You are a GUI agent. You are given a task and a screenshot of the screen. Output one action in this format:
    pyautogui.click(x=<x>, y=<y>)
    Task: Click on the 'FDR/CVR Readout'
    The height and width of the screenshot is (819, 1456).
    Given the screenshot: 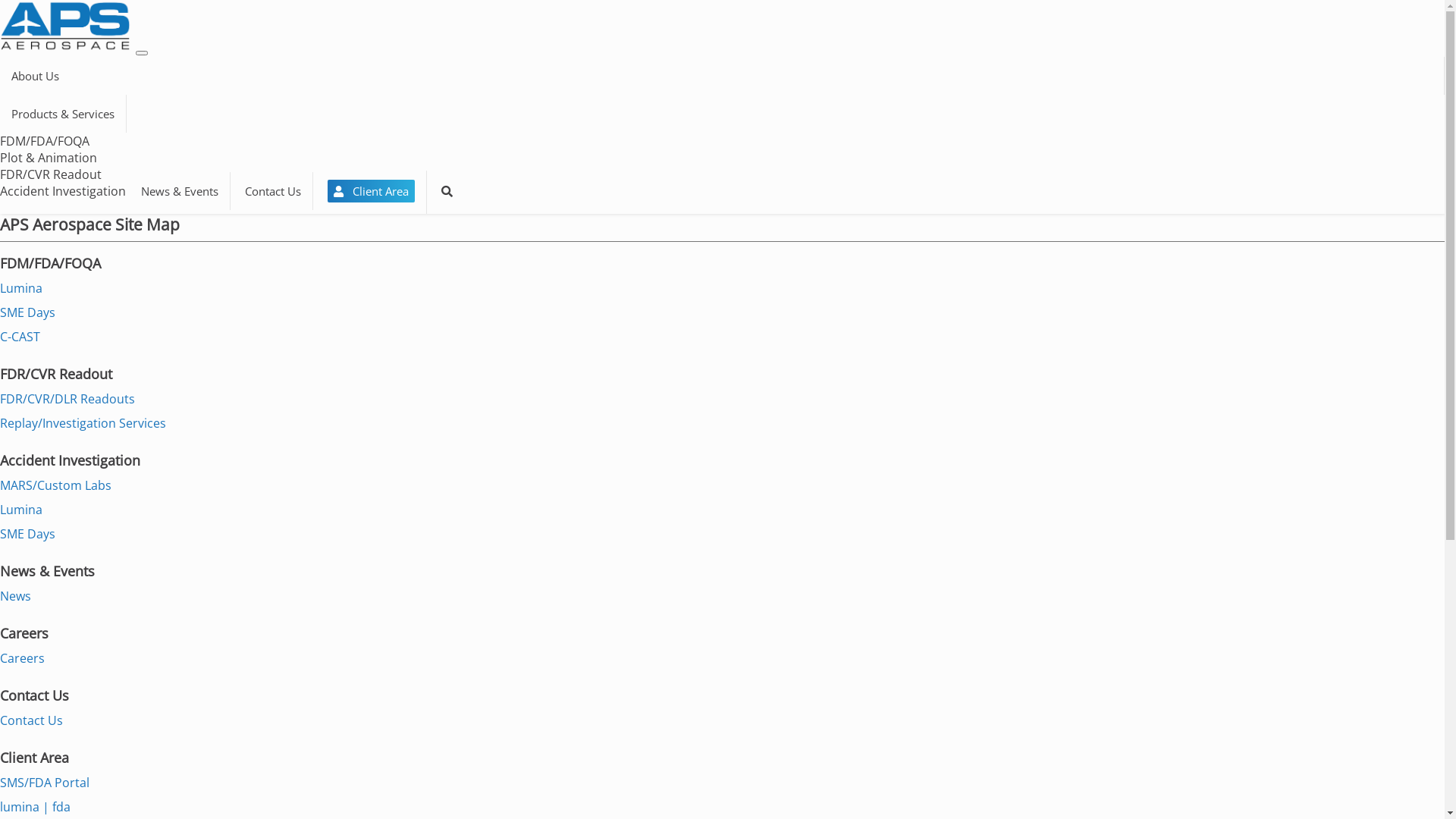 What is the action you would take?
    pyautogui.click(x=51, y=174)
    